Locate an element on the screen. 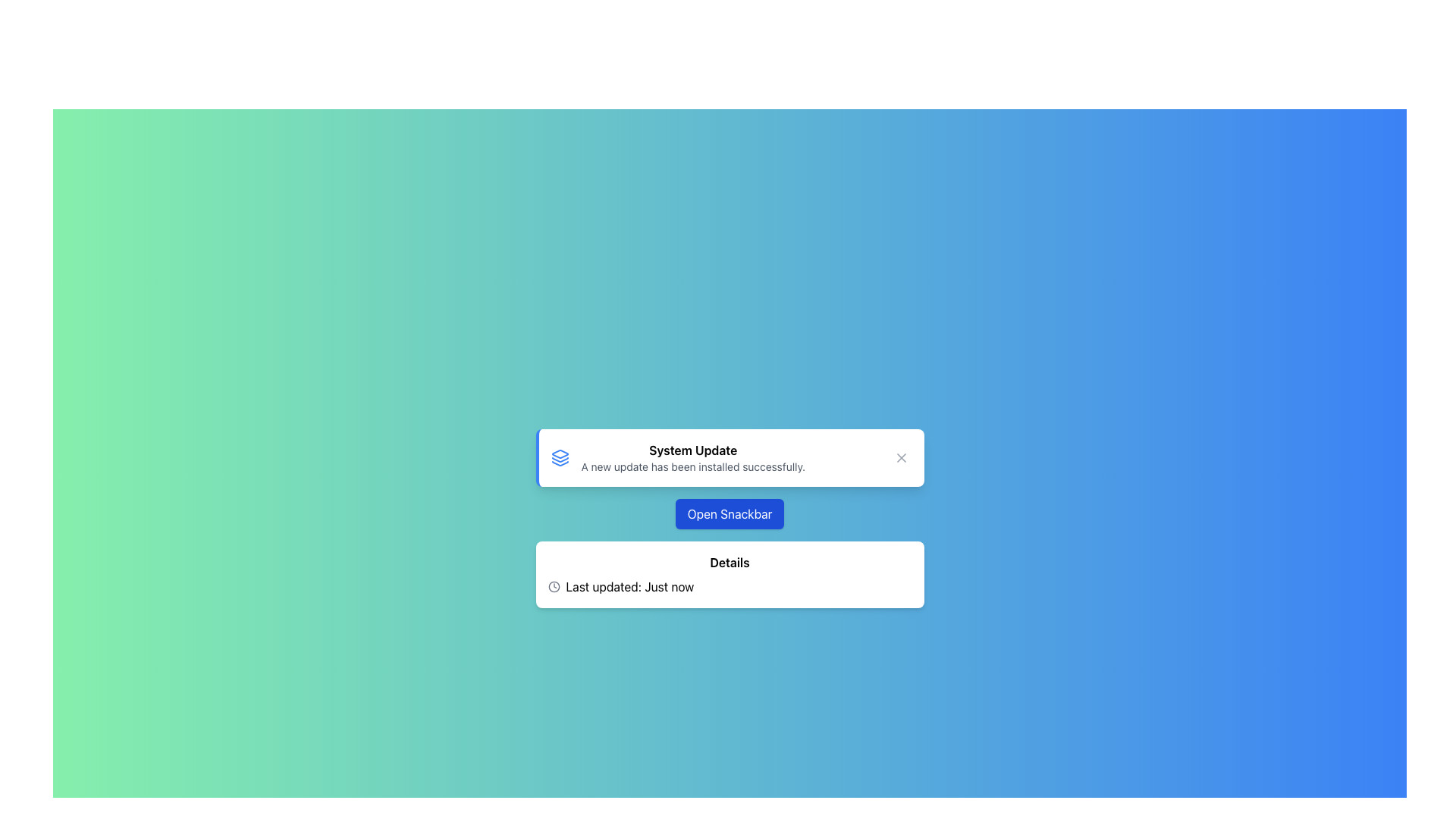  the primary action button located centrally below the 'System Update' message box is located at coordinates (730, 513).